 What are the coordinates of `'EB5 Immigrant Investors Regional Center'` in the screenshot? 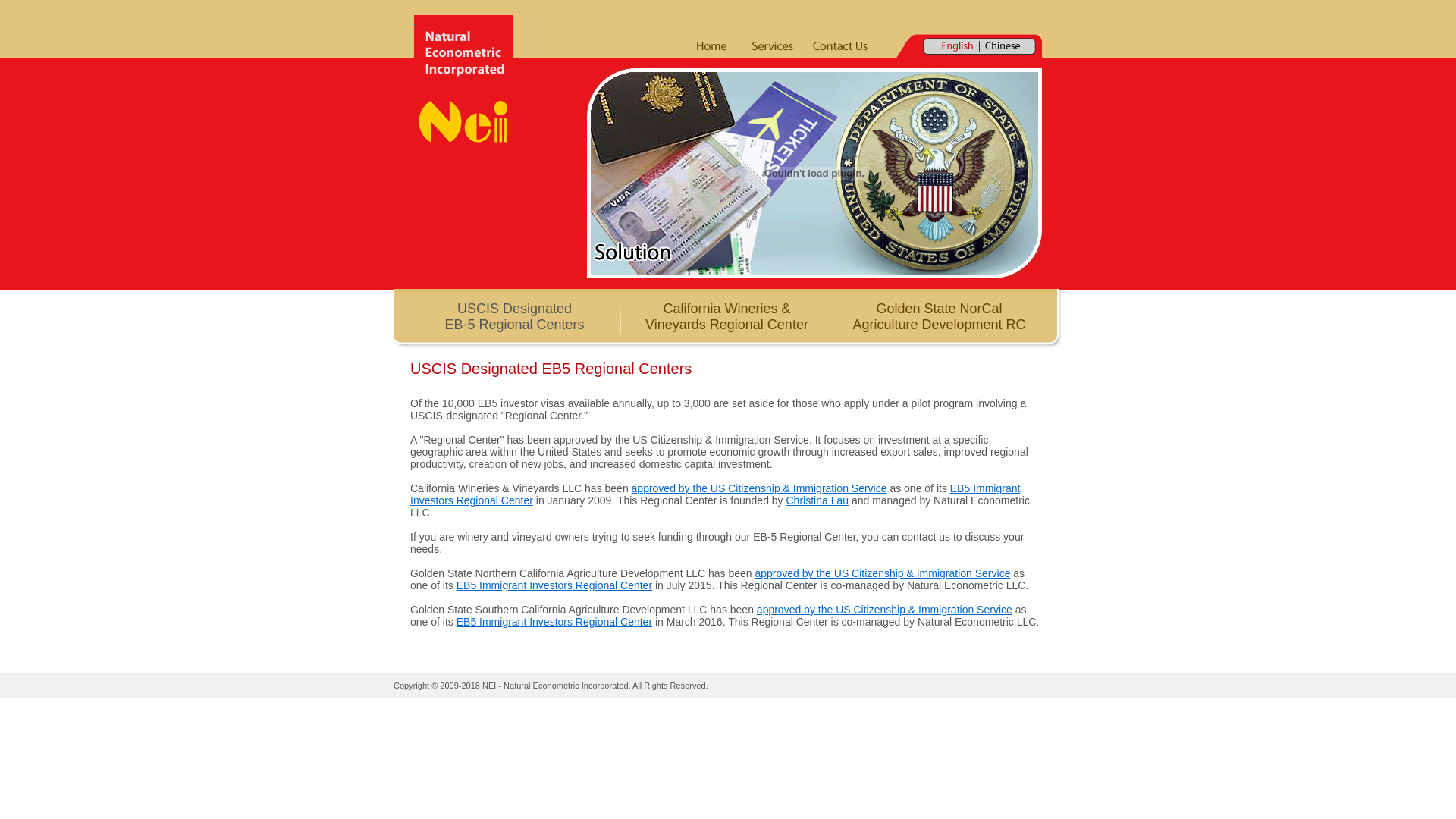 It's located at (553, 622).